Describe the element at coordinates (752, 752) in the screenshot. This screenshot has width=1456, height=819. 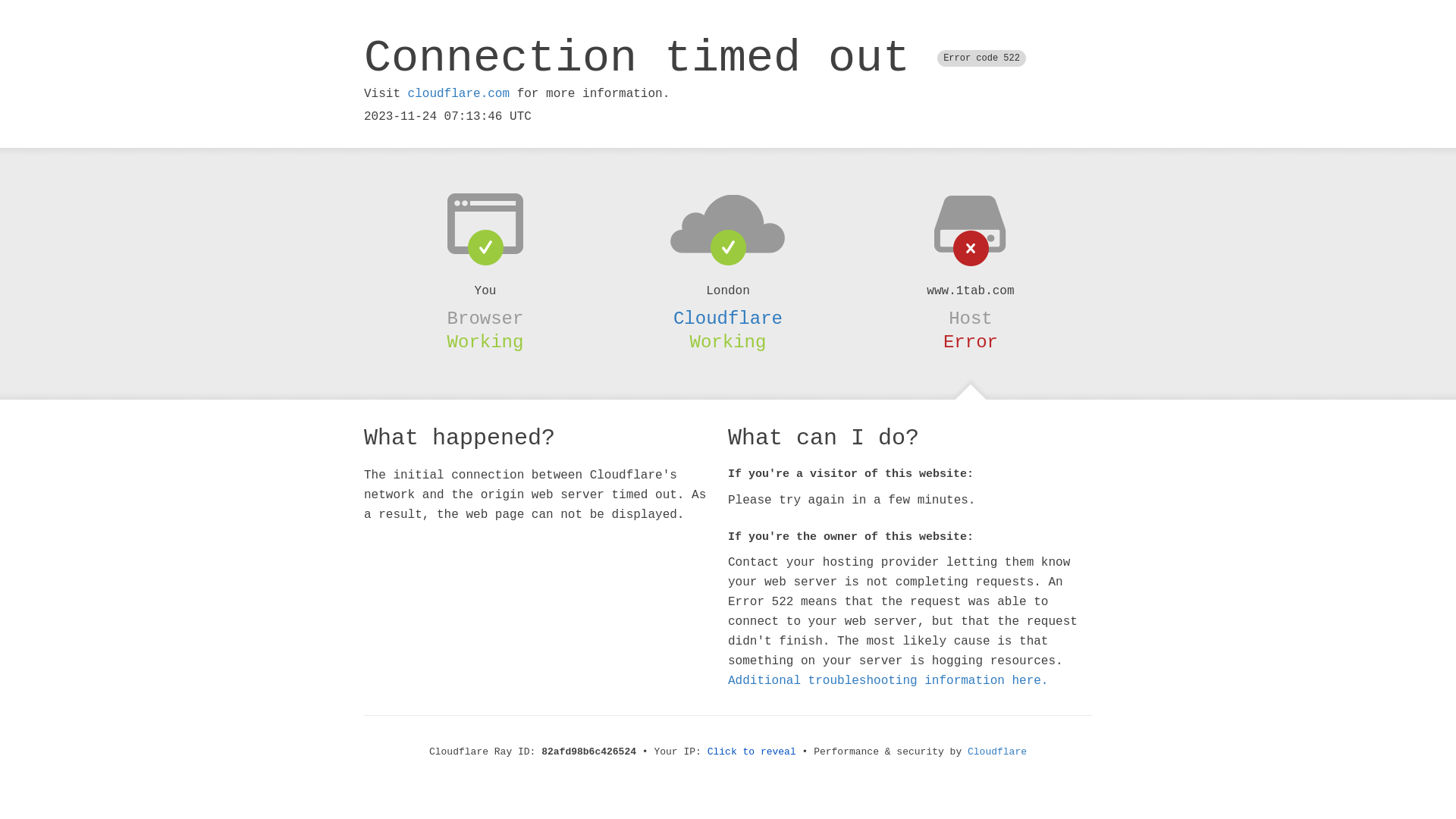
I see `'Click to reveal'` at that location.